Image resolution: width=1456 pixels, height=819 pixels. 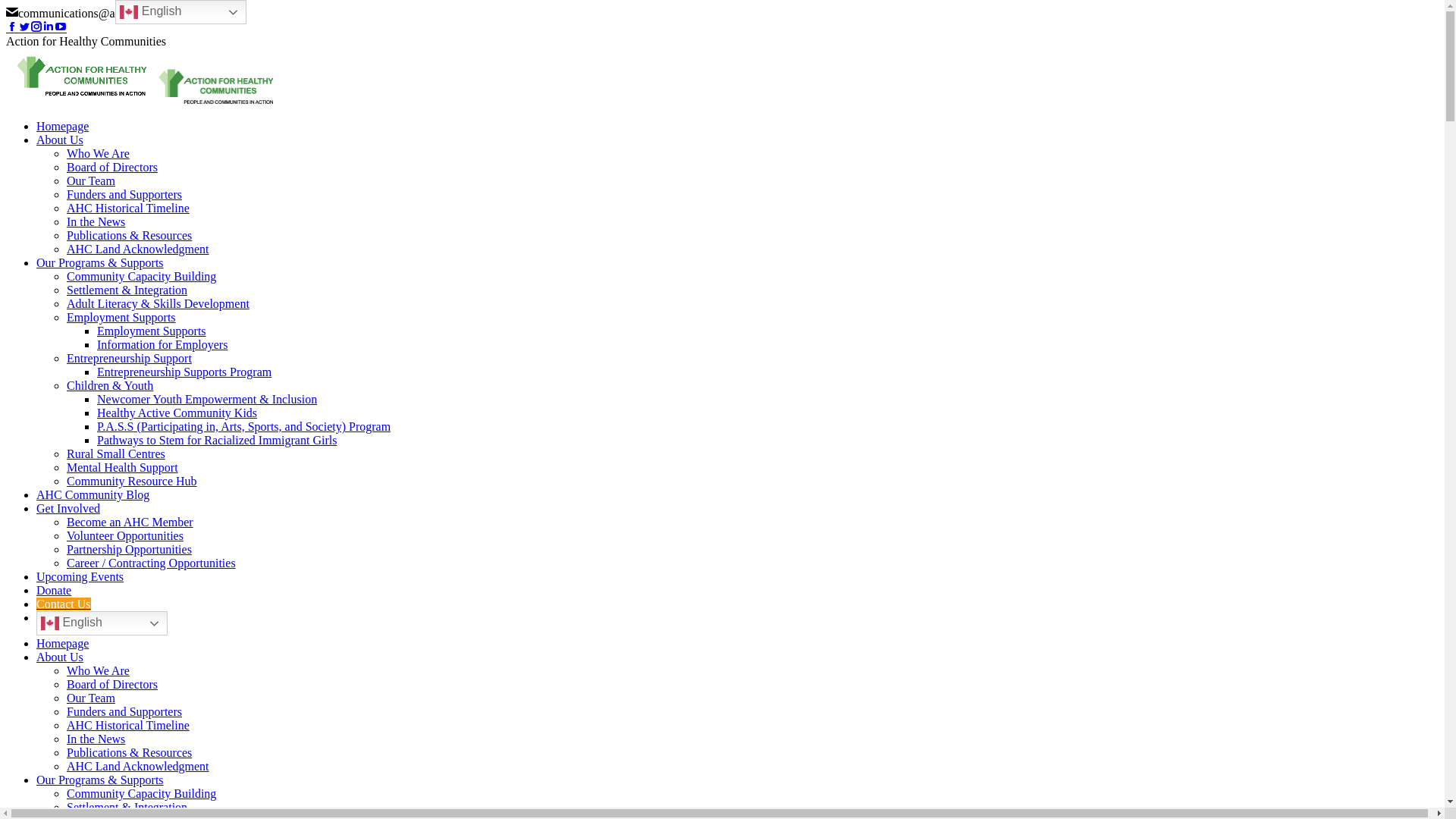 I want to click on 'Our Programs & Supports', so click(x=99, y=780).